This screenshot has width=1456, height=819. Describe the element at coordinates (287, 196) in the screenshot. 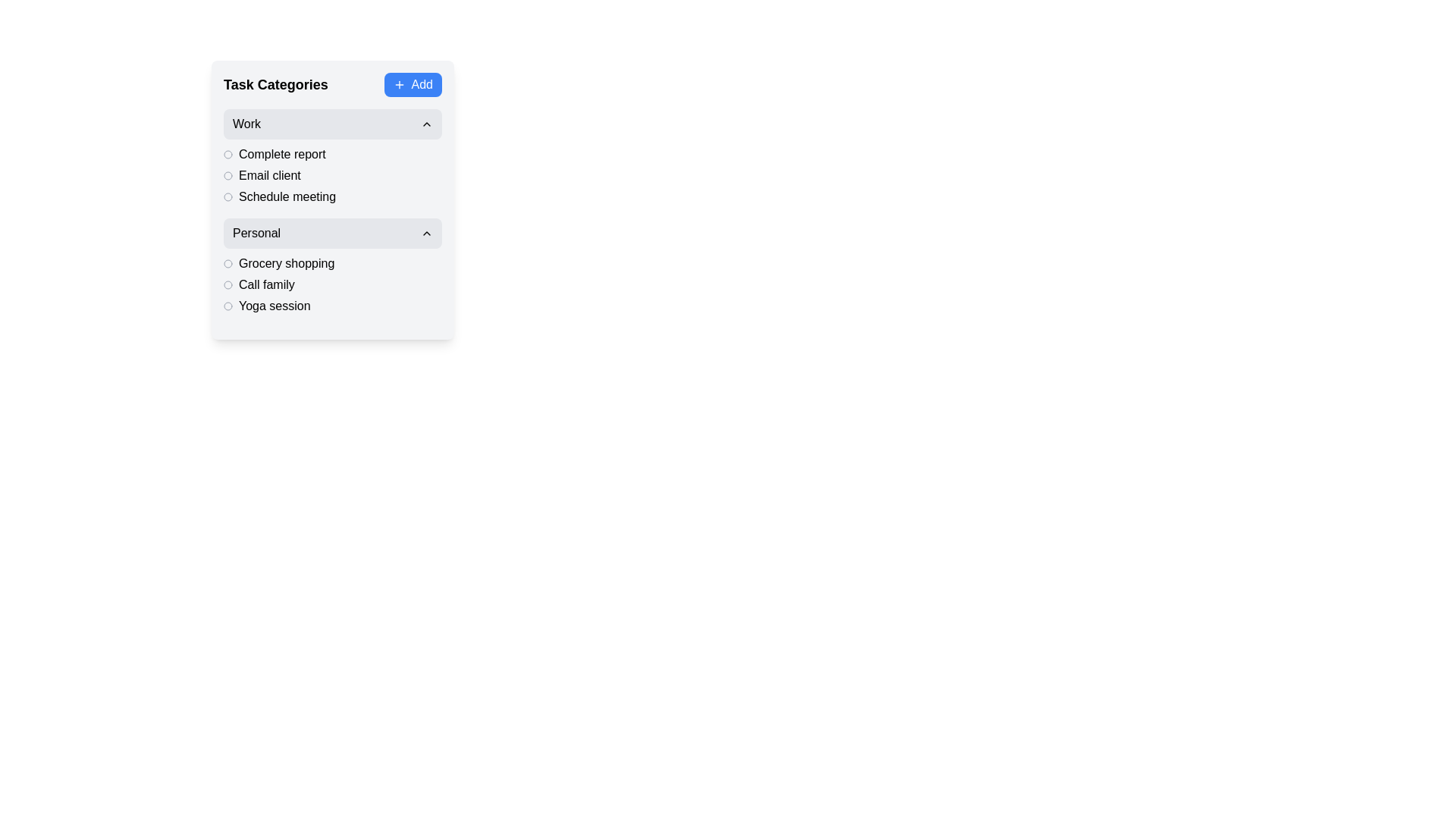

I see `the text label that reads 'Schedule meeting', which is the third item under the 'Work' category in the 'Task Categories' section` at that location.